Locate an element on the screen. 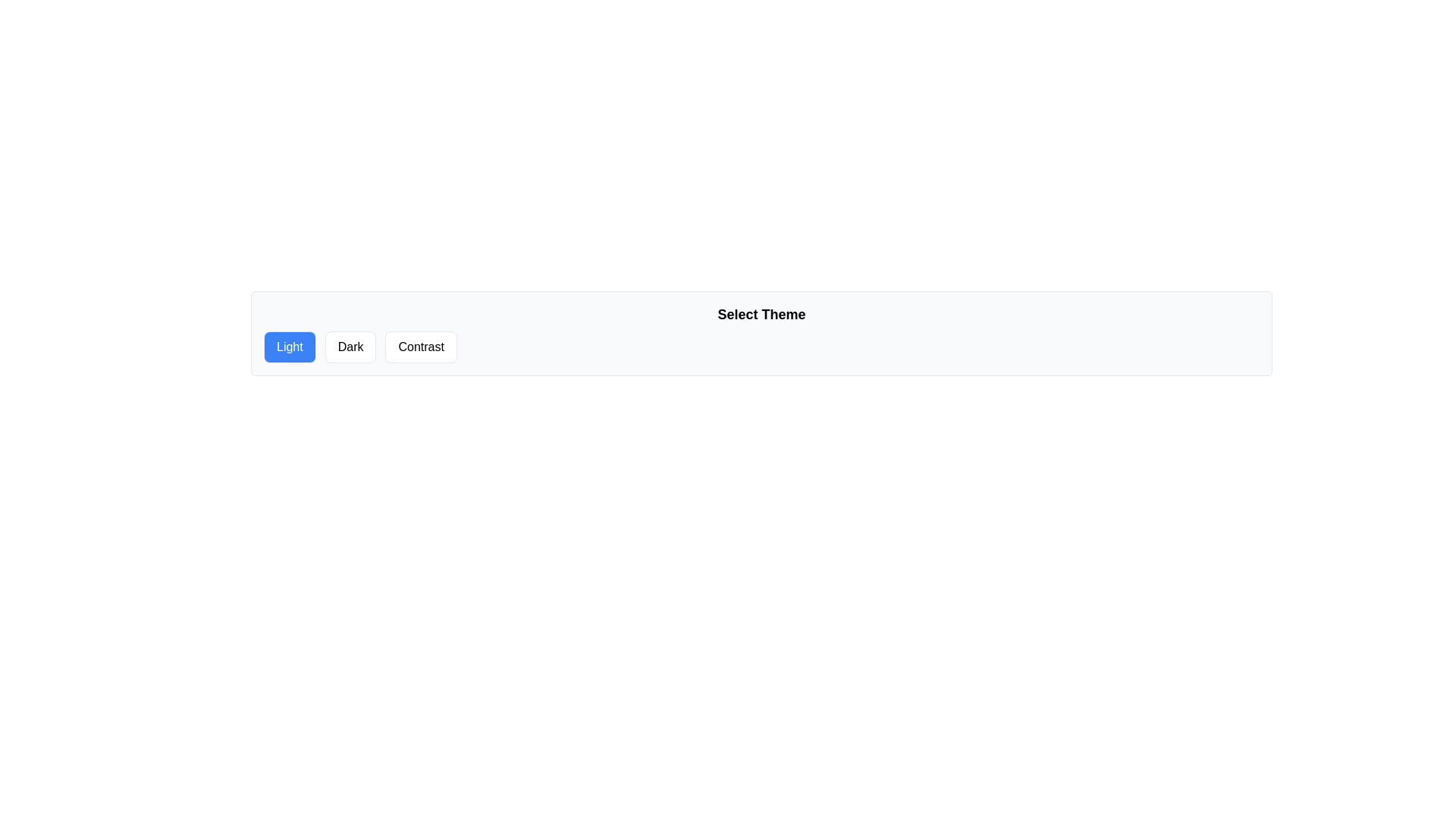 The image size is (1456, 819). the leftmost button labeled 'Light' with a blue background is located at coordinates (290, 347).